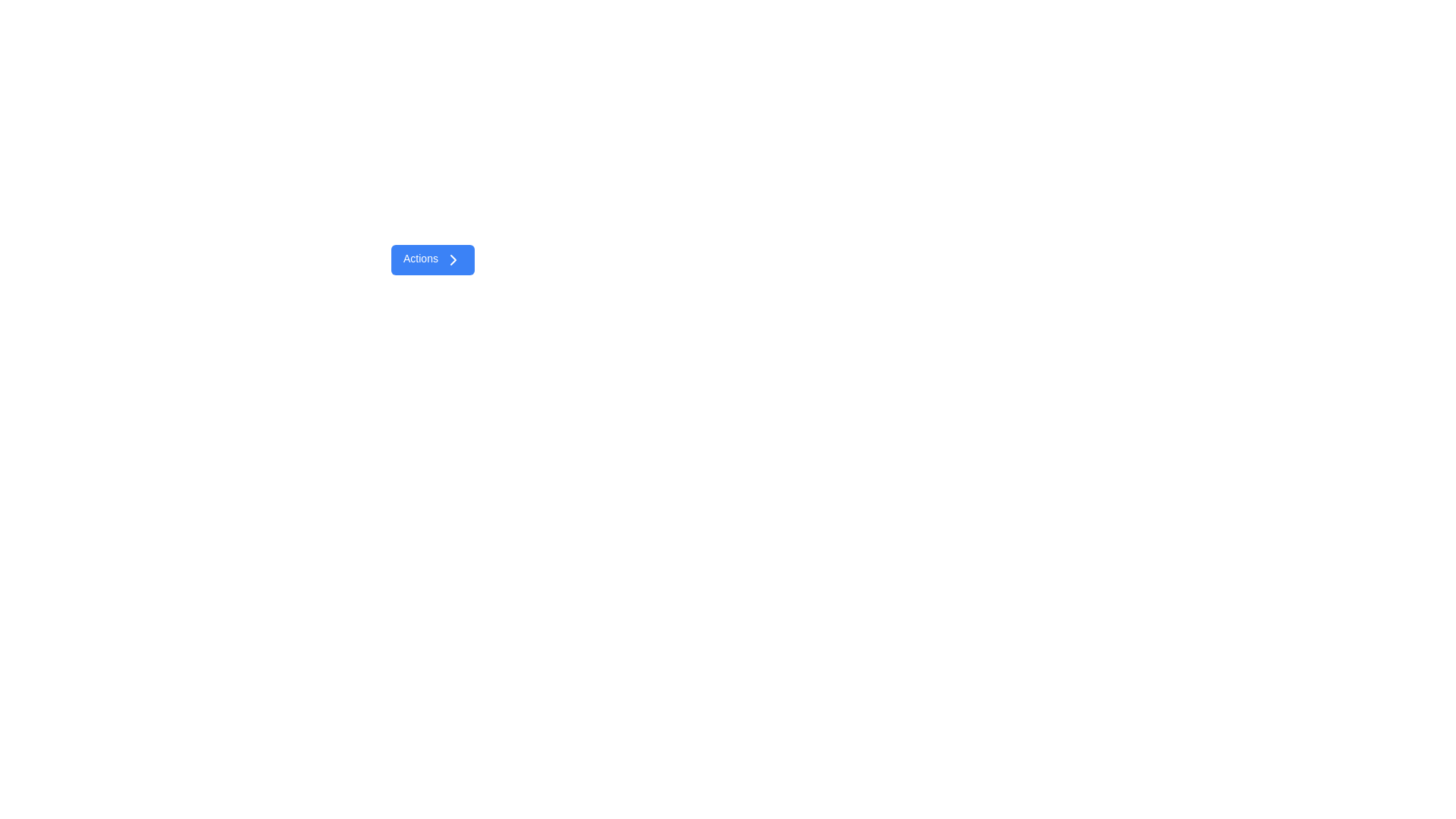  What do you see at coordinates (432, 259) in the screenshot?
I see `the blue button labeled 'Actions' with a right arrow icon` at bounding box center [432, 259].